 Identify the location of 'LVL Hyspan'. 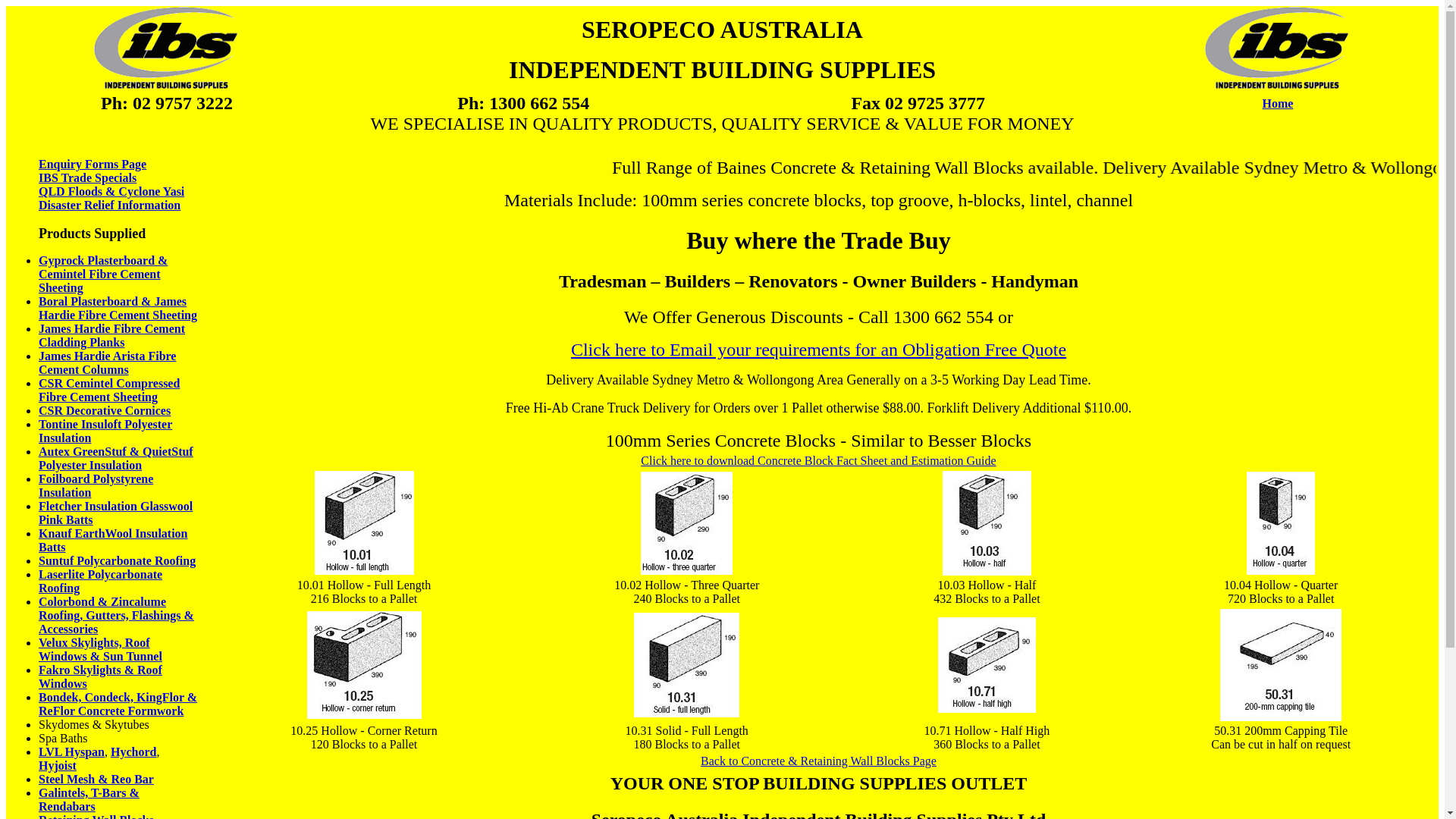
(71, 752).